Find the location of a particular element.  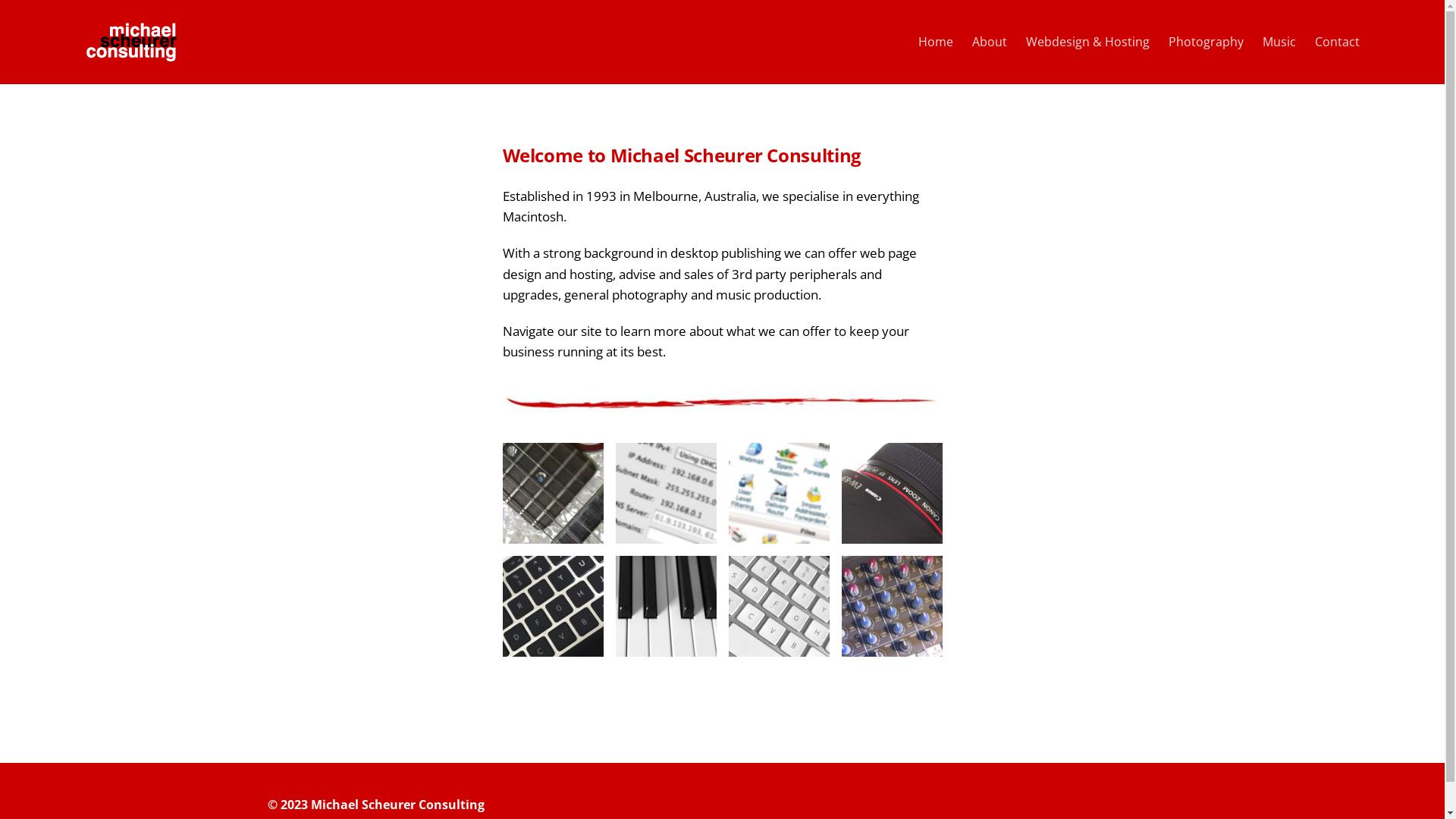

'Webdesign & Hosting' is located at coordinates (1086, 41).